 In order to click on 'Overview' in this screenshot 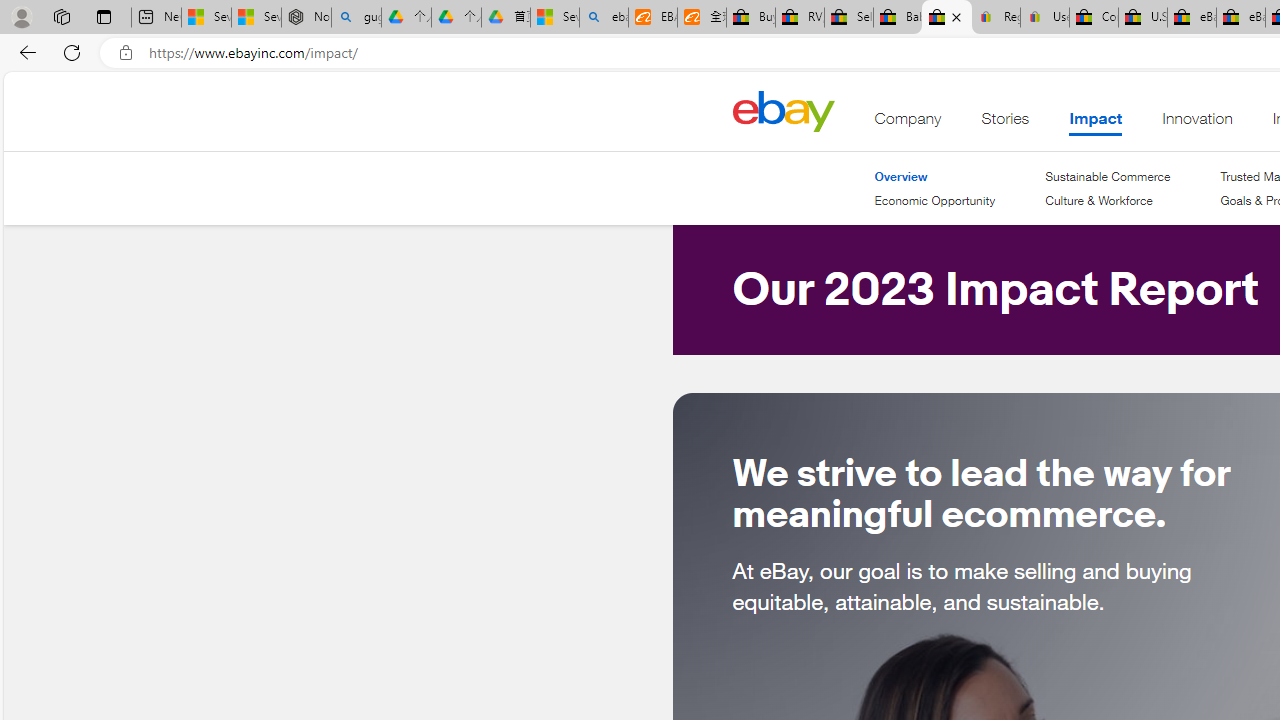, I will do `click(934, 176)`.